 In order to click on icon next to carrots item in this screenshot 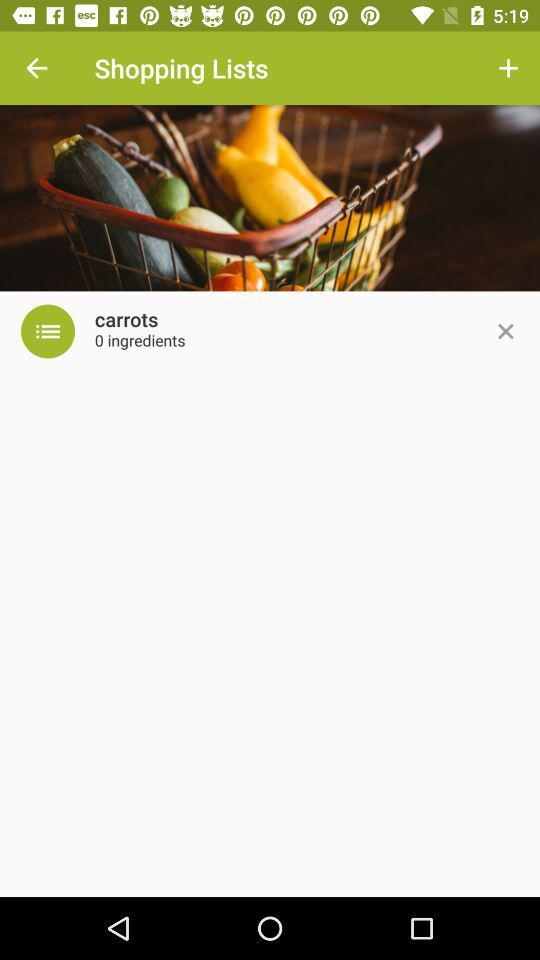, I will do `click(48, 331)`.